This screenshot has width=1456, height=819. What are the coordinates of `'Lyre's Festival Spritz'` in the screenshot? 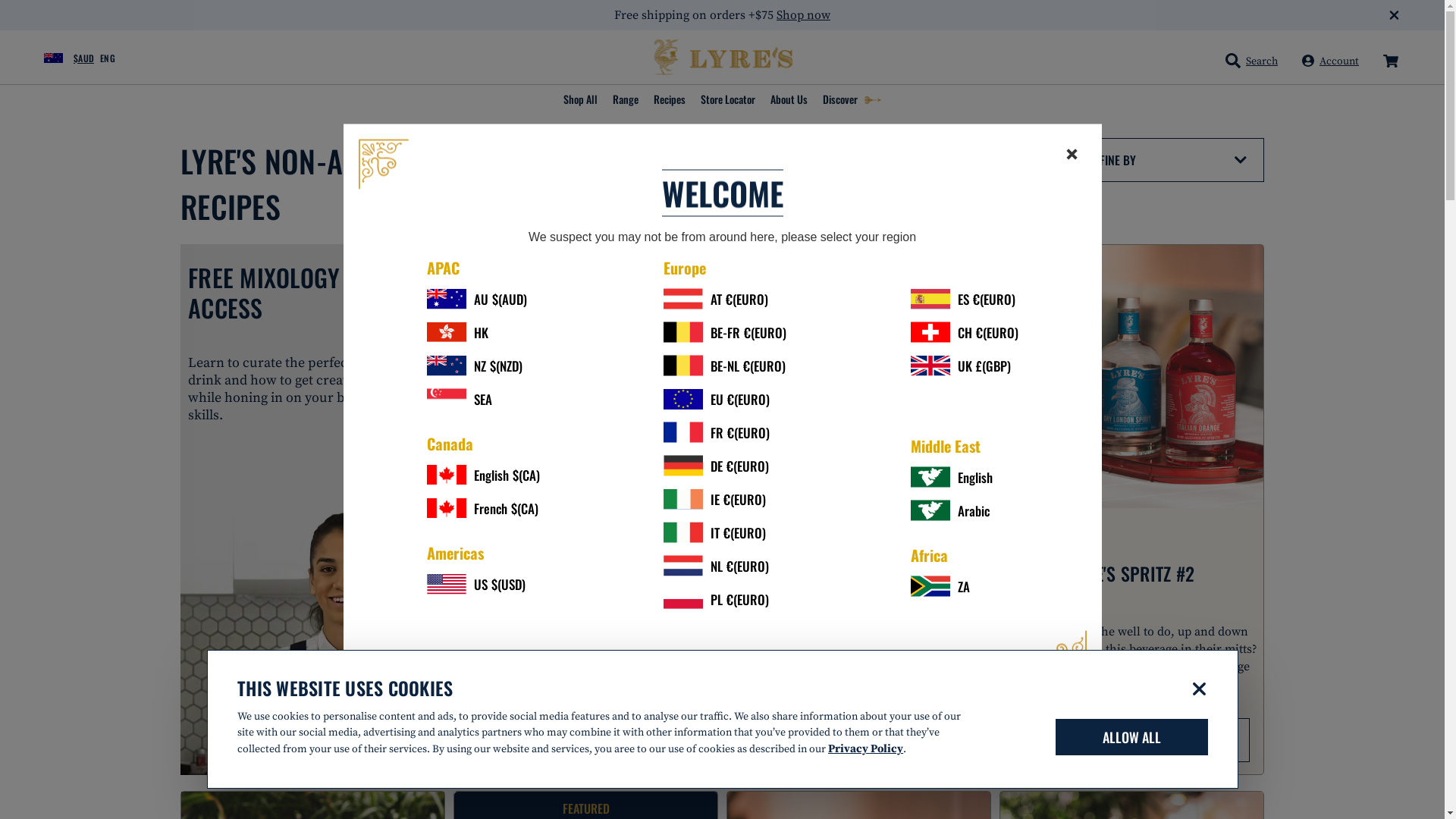 It's located at (585, 375).